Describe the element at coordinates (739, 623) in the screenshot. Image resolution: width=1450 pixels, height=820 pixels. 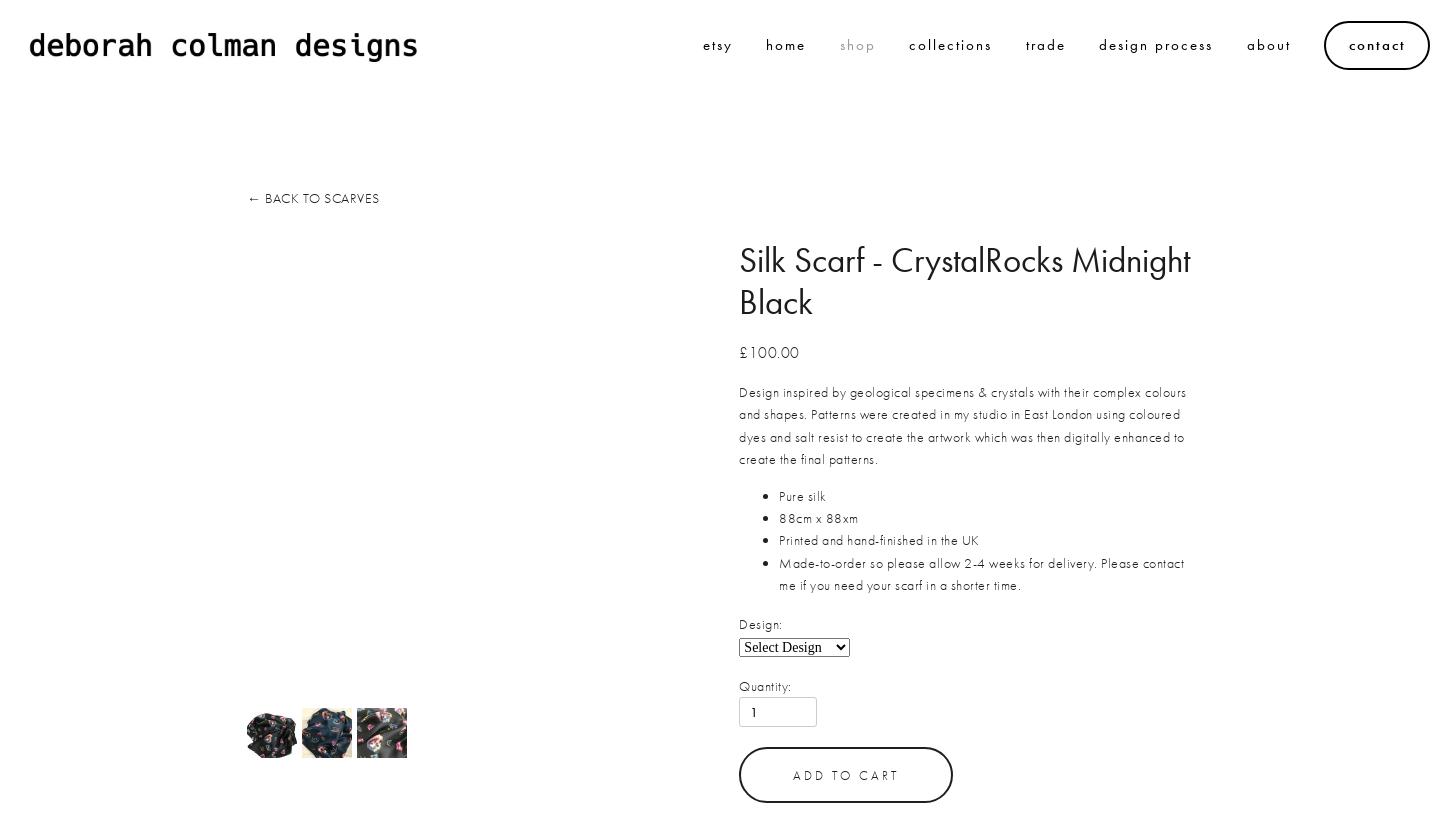
I see `'Design:'` at that location.